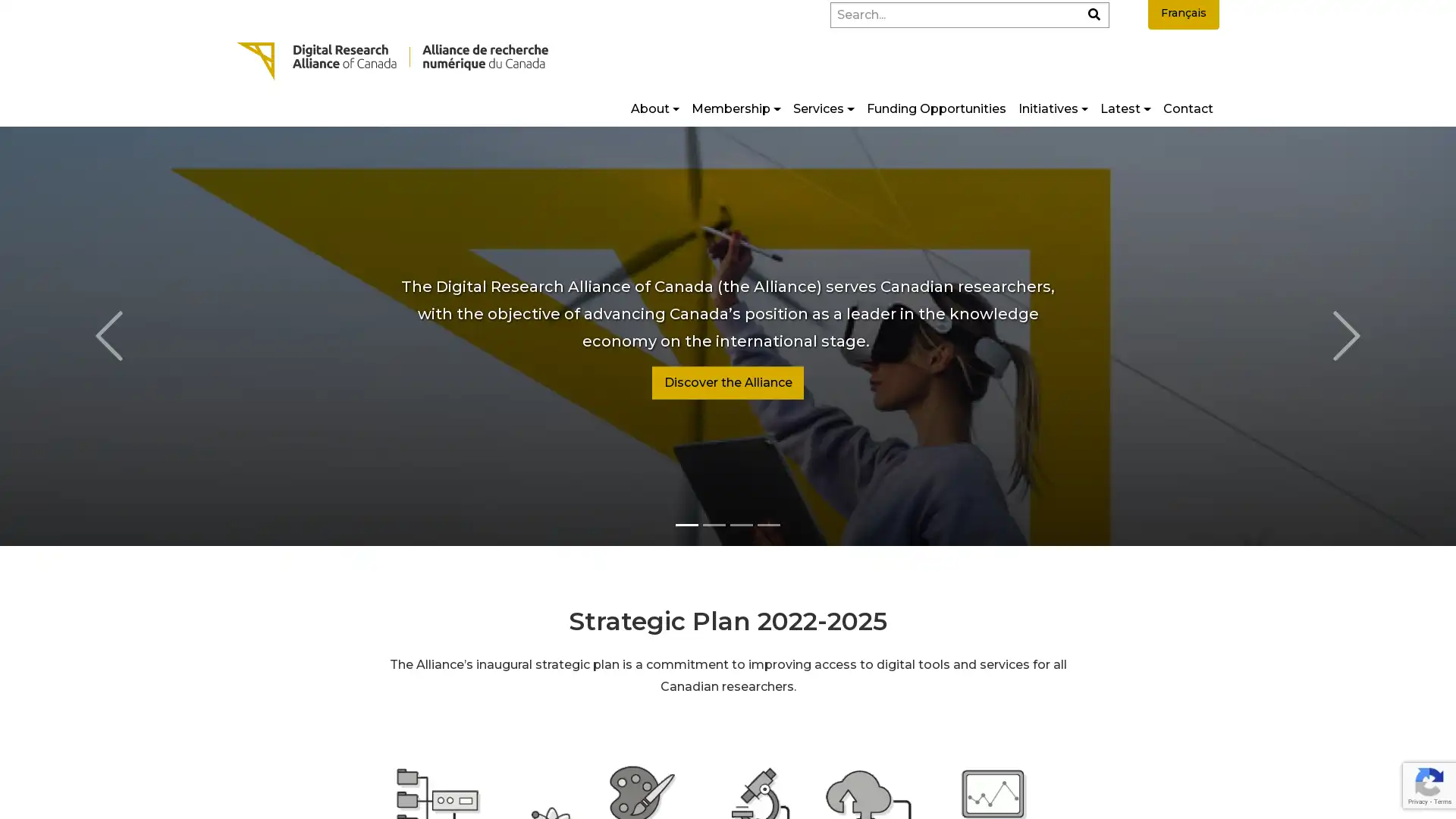  I want to click on Slide 2, so click(742, 523).